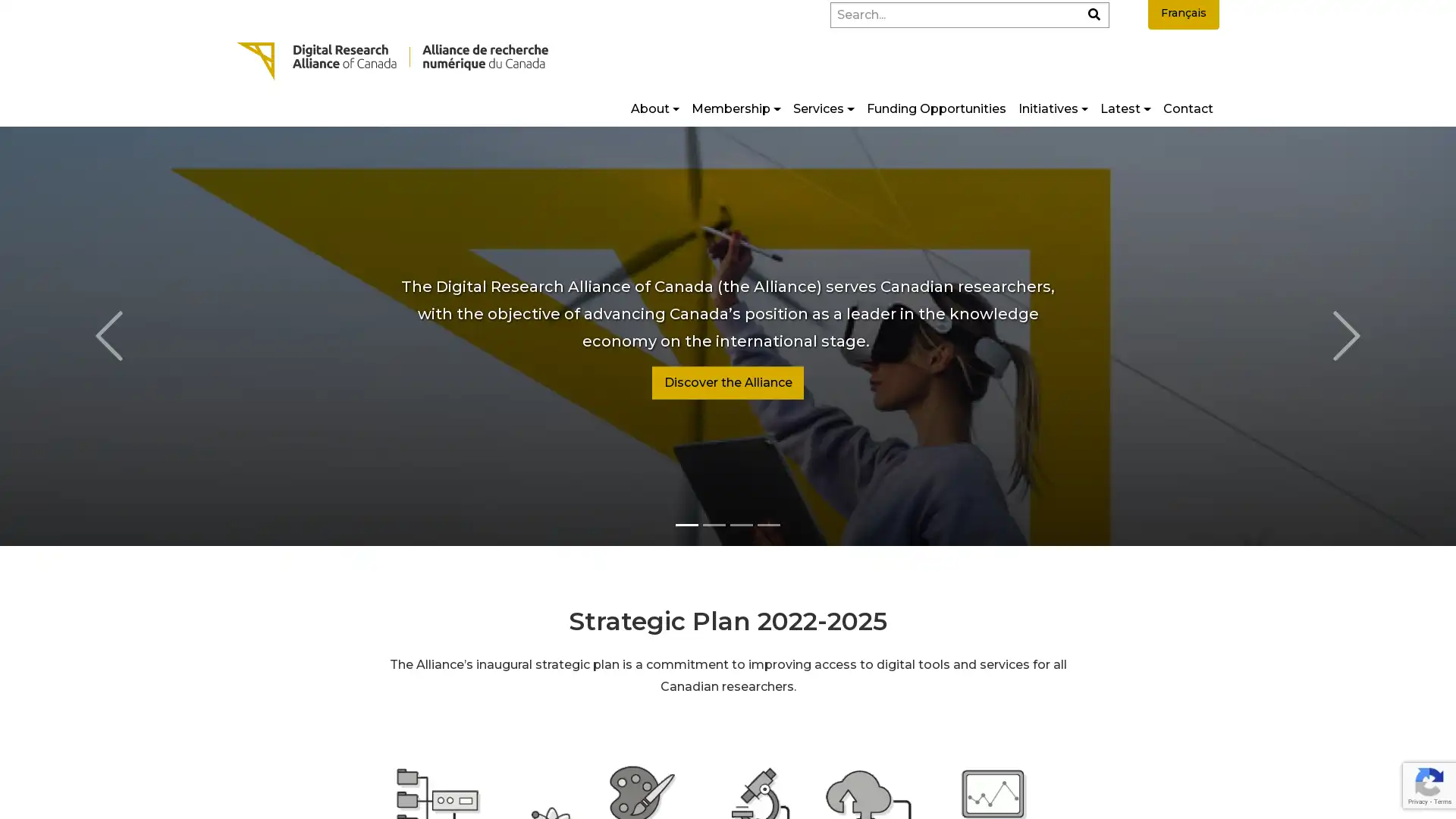  I want to click on Slide 2, so click(742, 523).